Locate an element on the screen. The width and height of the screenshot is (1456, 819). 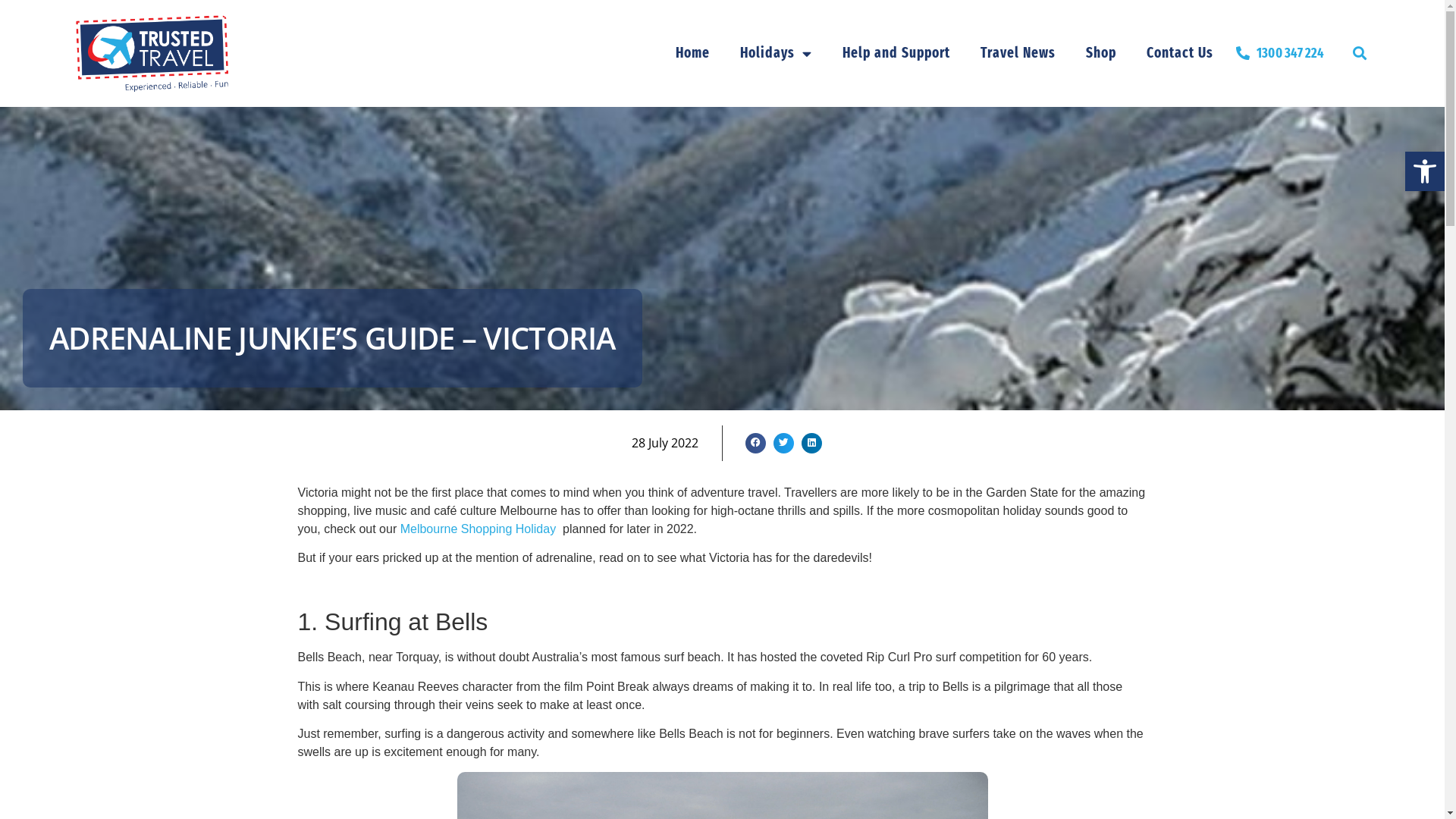
'Contact Us' is located at coordinates (1178, 52).